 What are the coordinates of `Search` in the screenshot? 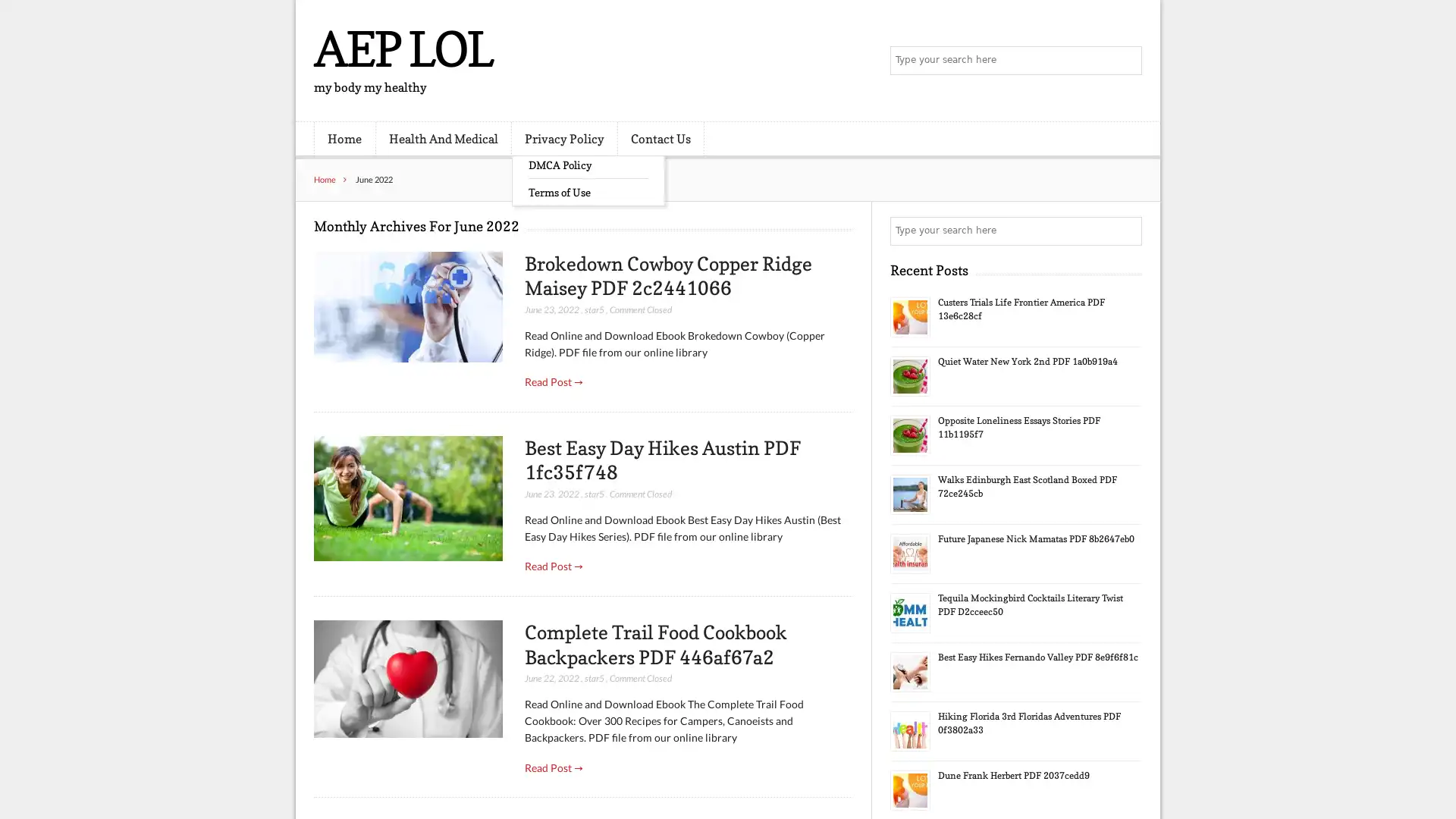 It's located at (1126, 61).